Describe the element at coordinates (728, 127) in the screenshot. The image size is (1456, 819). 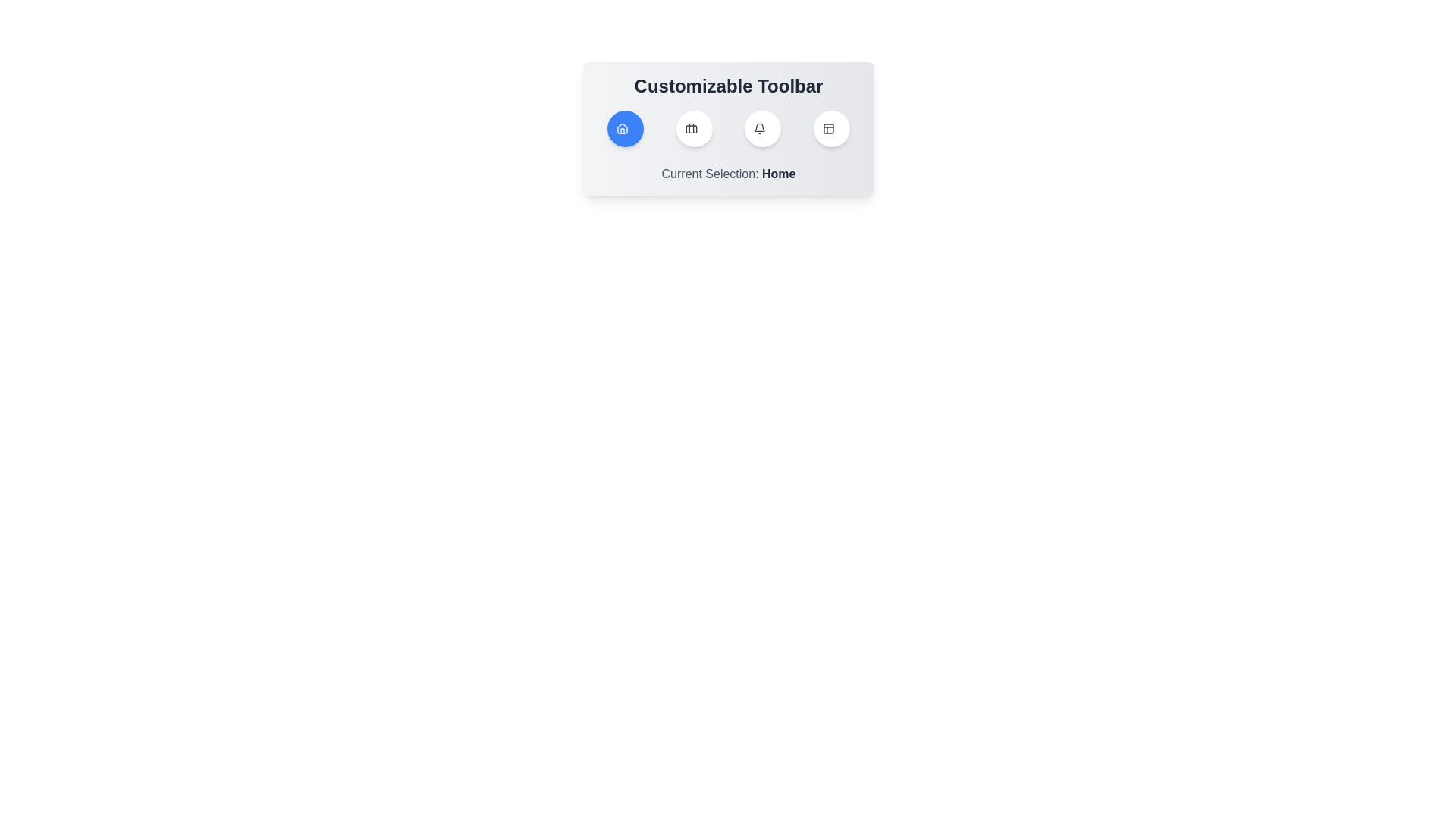
I see `the Customizable Toolbar component` at that location.